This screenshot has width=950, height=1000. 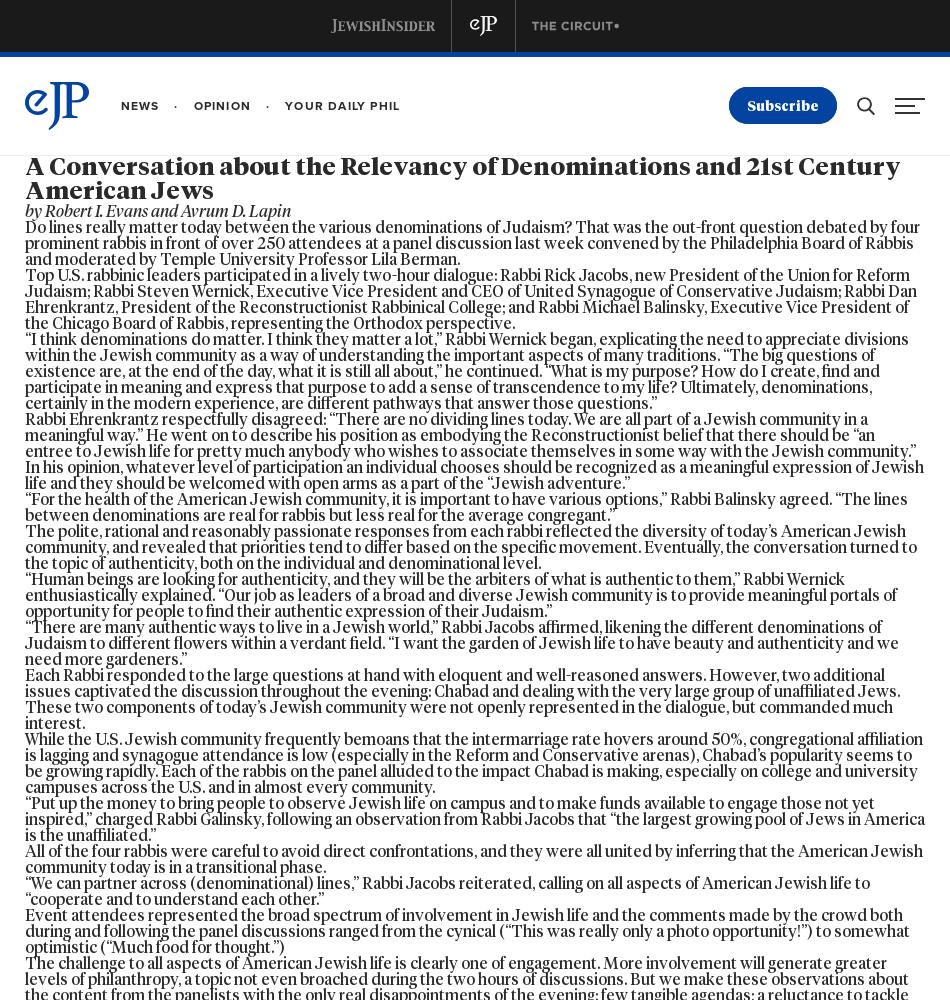 What do you see at coordinates (157, 210) in the screenshot?
I see `'by Robert I. Evans and Avrum D. Lapin'` at bounding box center [157, 210].